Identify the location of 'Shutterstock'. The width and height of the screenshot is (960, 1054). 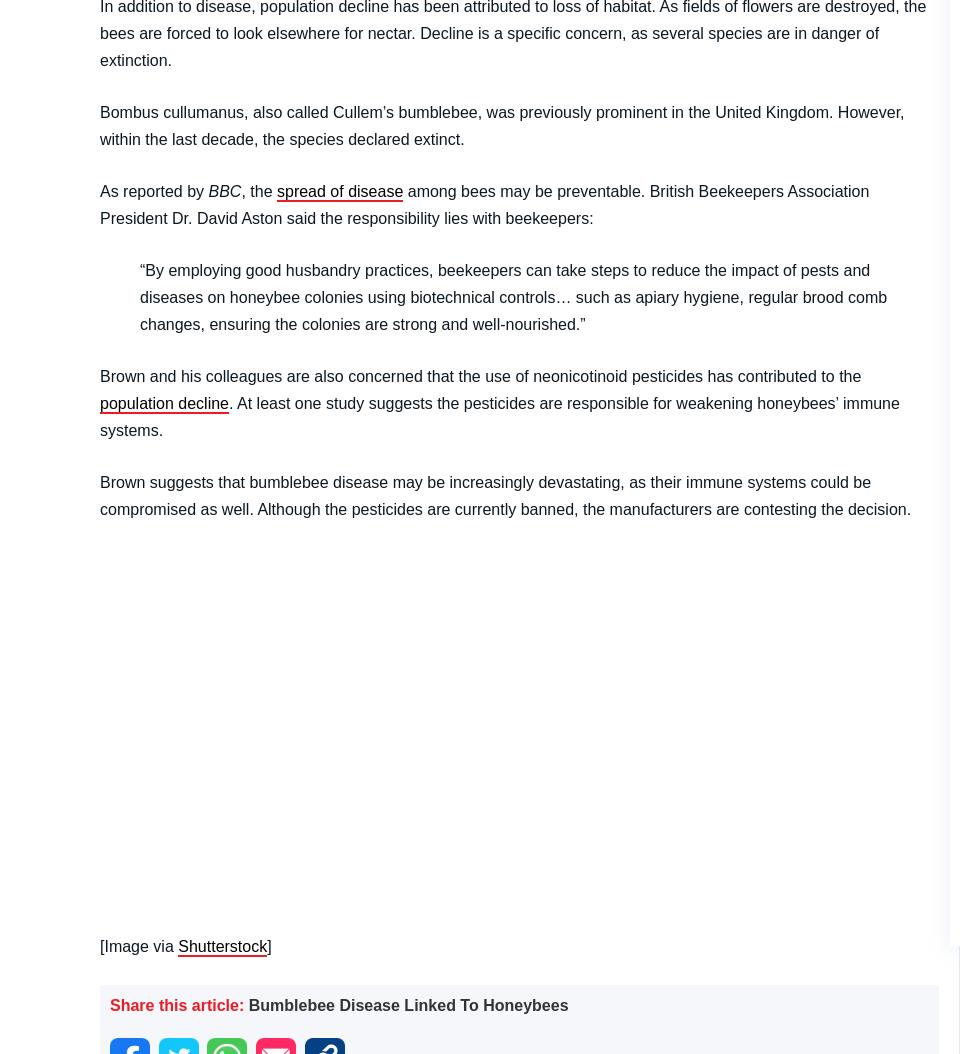
(222, 944).